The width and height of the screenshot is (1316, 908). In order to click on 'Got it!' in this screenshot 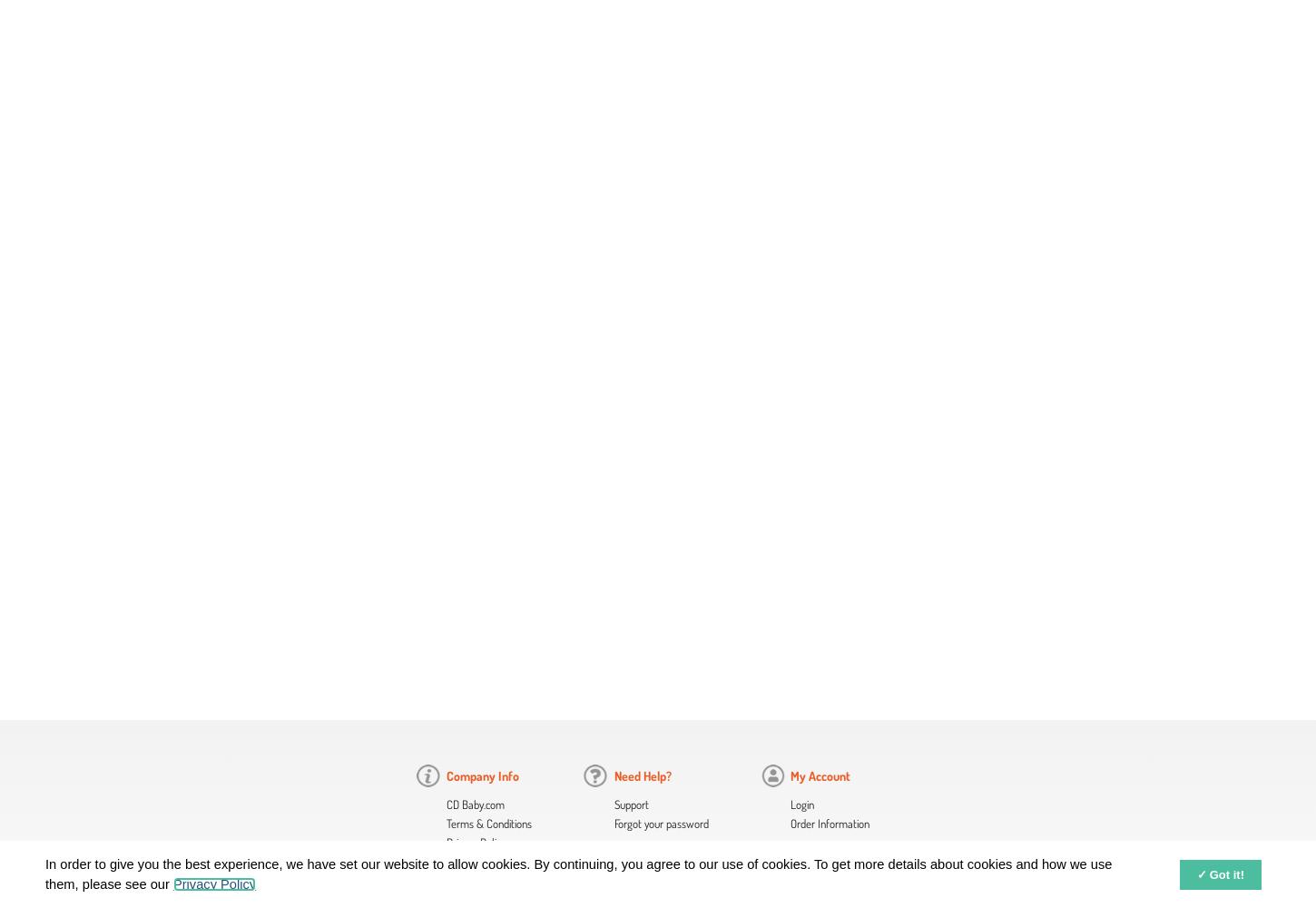, I will do `click(1225, 873)`.